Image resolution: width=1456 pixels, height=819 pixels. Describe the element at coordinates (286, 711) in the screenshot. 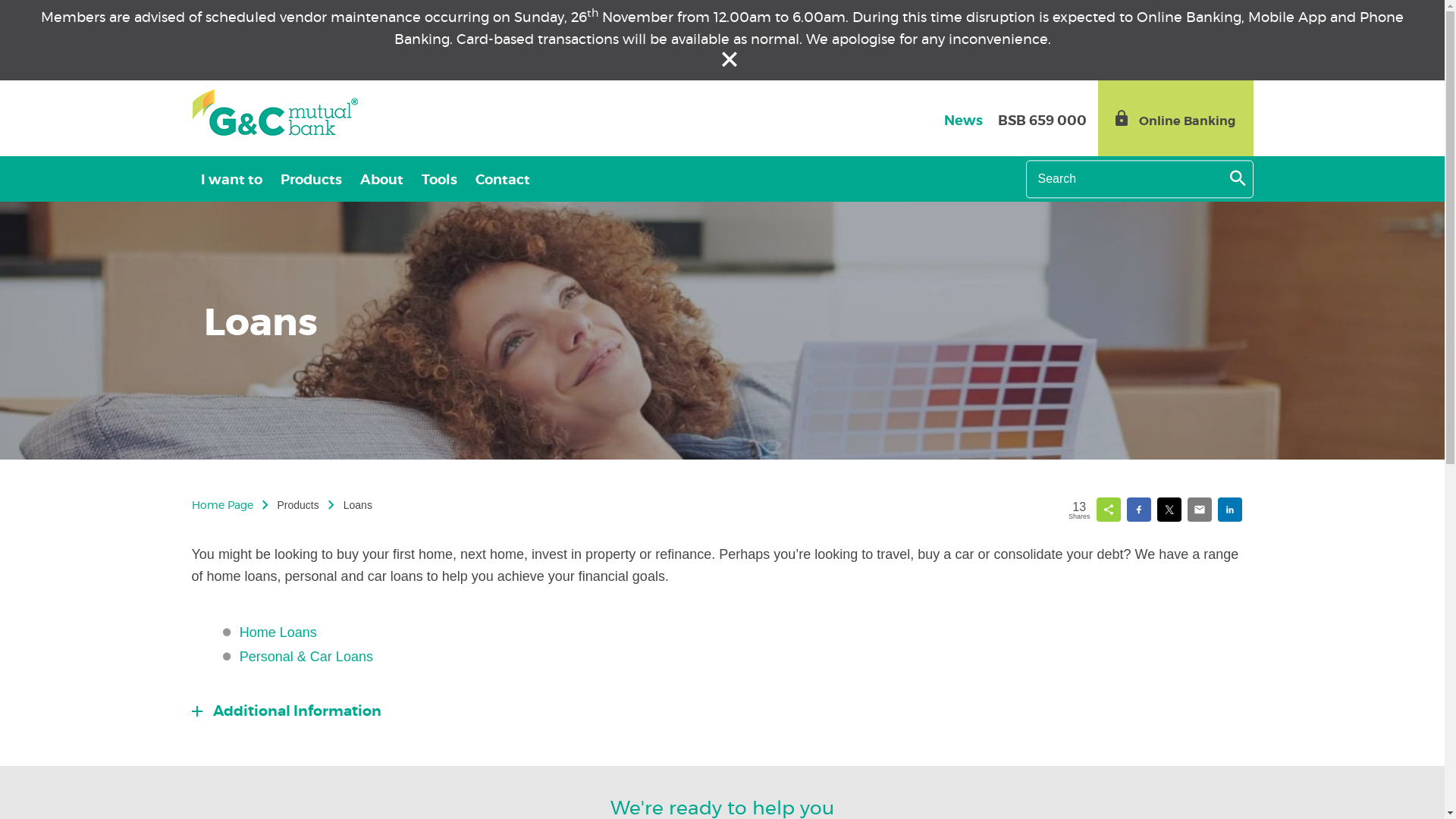

I see `'Additional Information'` at that location.